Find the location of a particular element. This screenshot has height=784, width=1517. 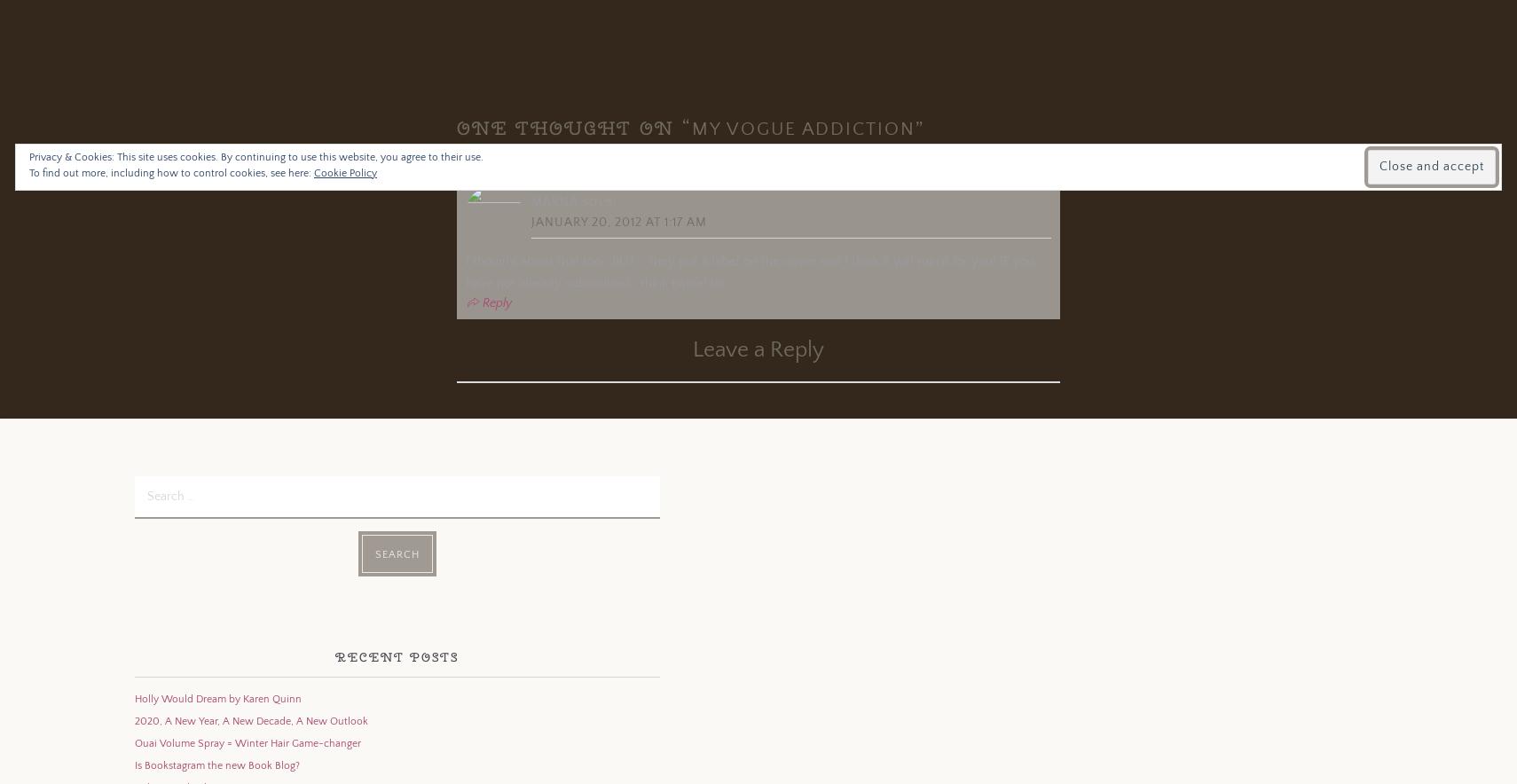

'One thought on “' is located at coordinates (574, 126).